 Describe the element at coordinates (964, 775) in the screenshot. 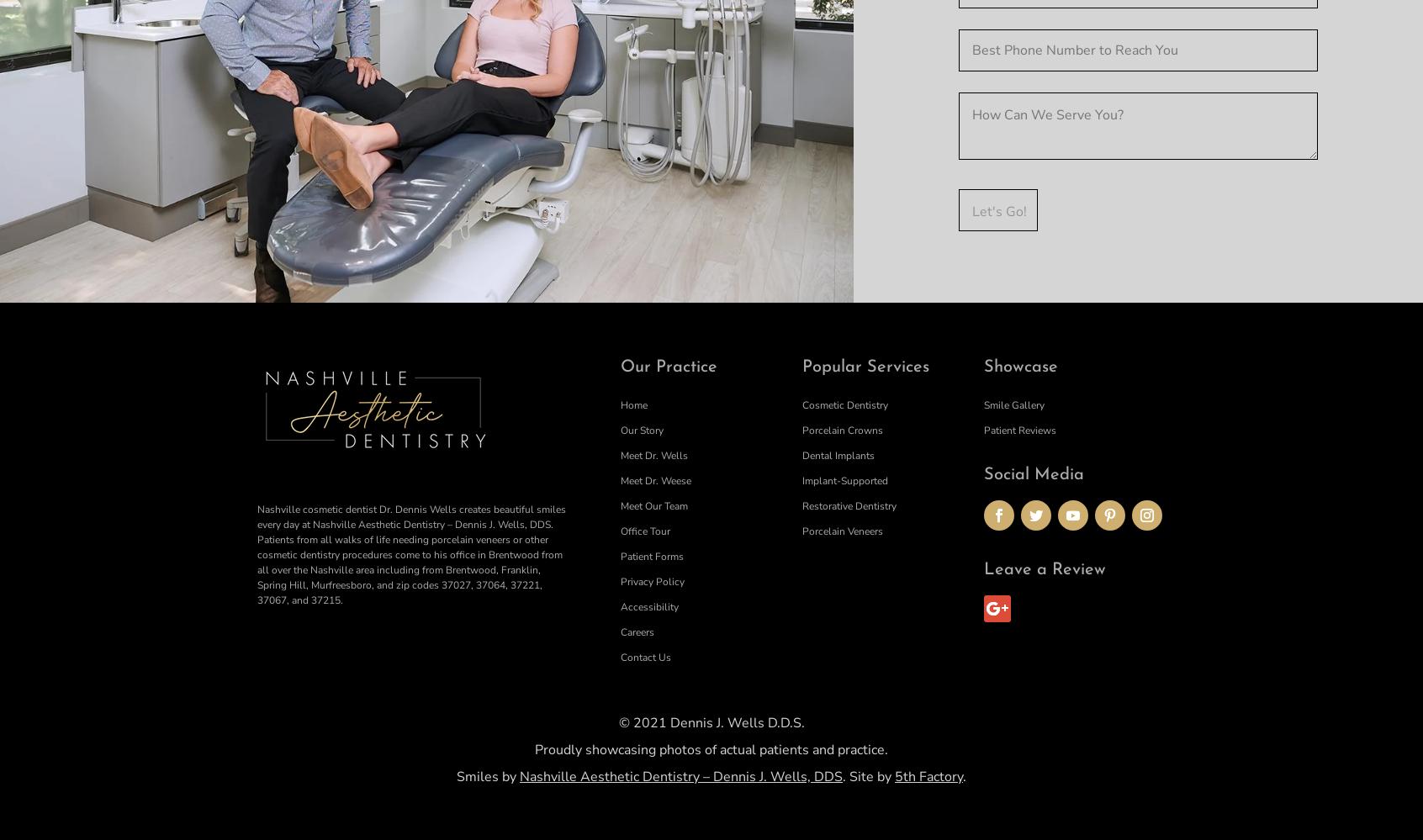

I see `'.'` at that location.